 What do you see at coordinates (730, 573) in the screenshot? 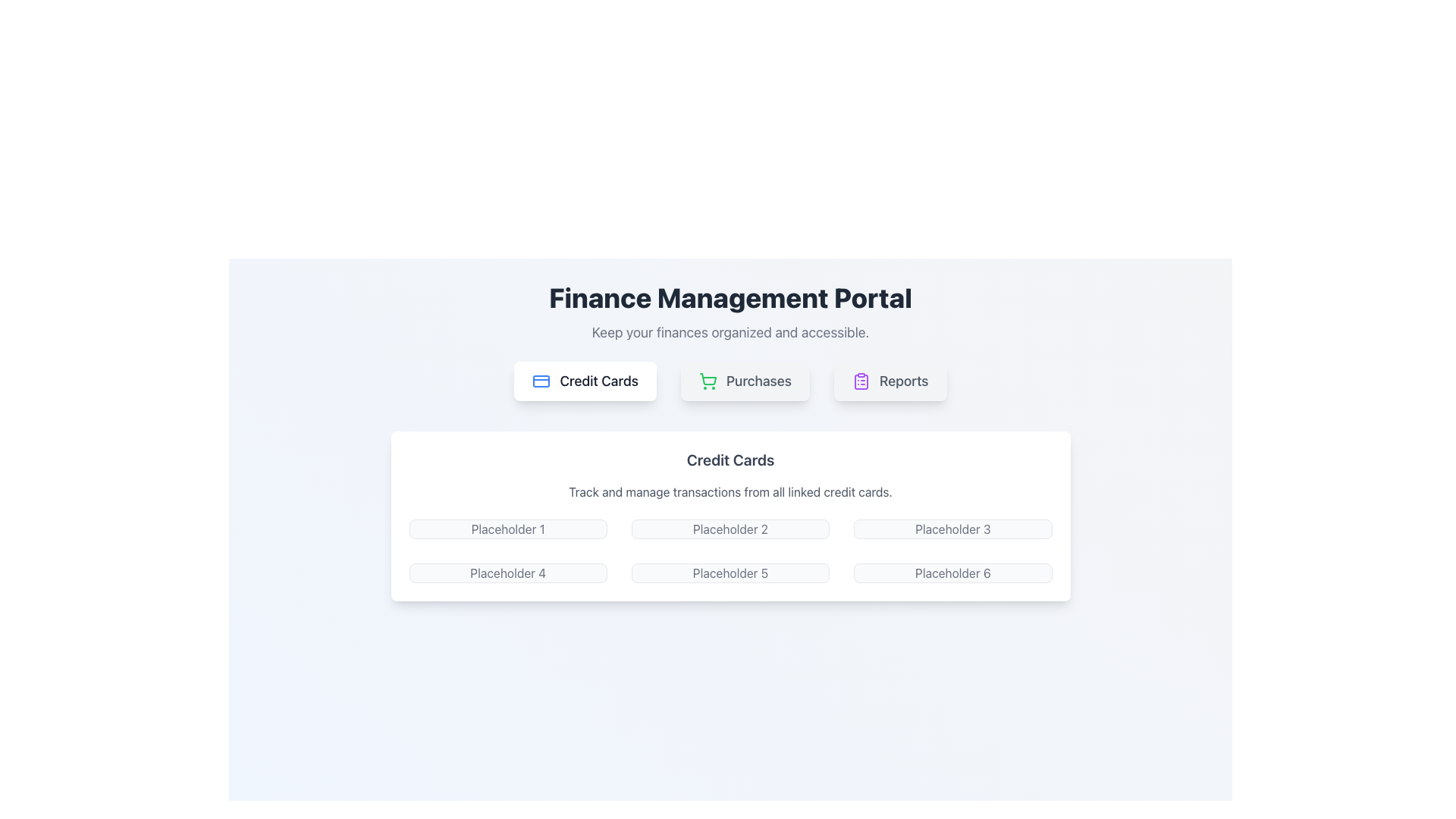
I see `the button labeled 'Placeholder 5', which is a rectangular button with rounded corners and a light gray background, located in the second row and second column of a grid layout` at bounding box center [730, 573].